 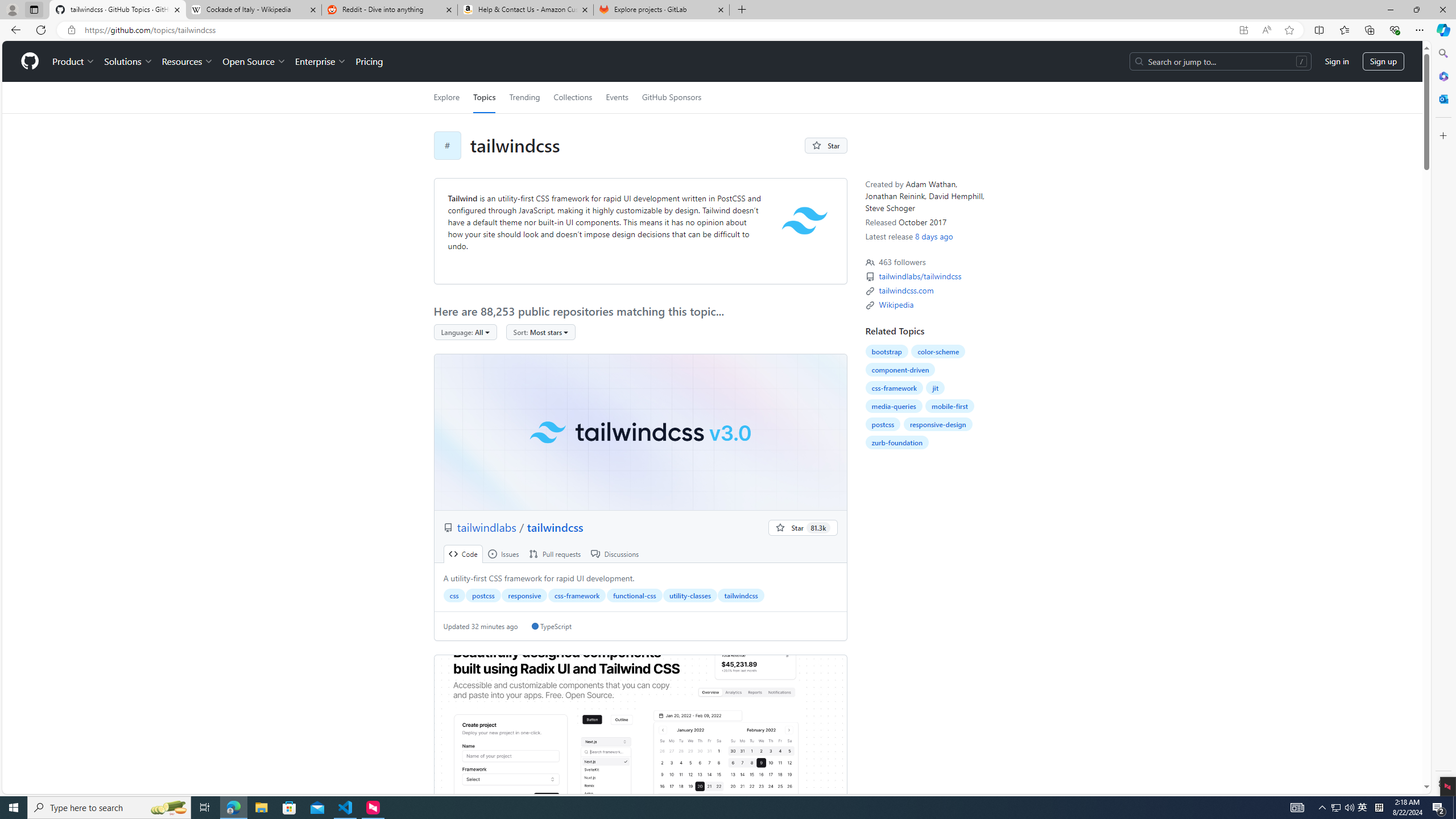 I want to click on 'Sign up', so click(x=1383, y=61).